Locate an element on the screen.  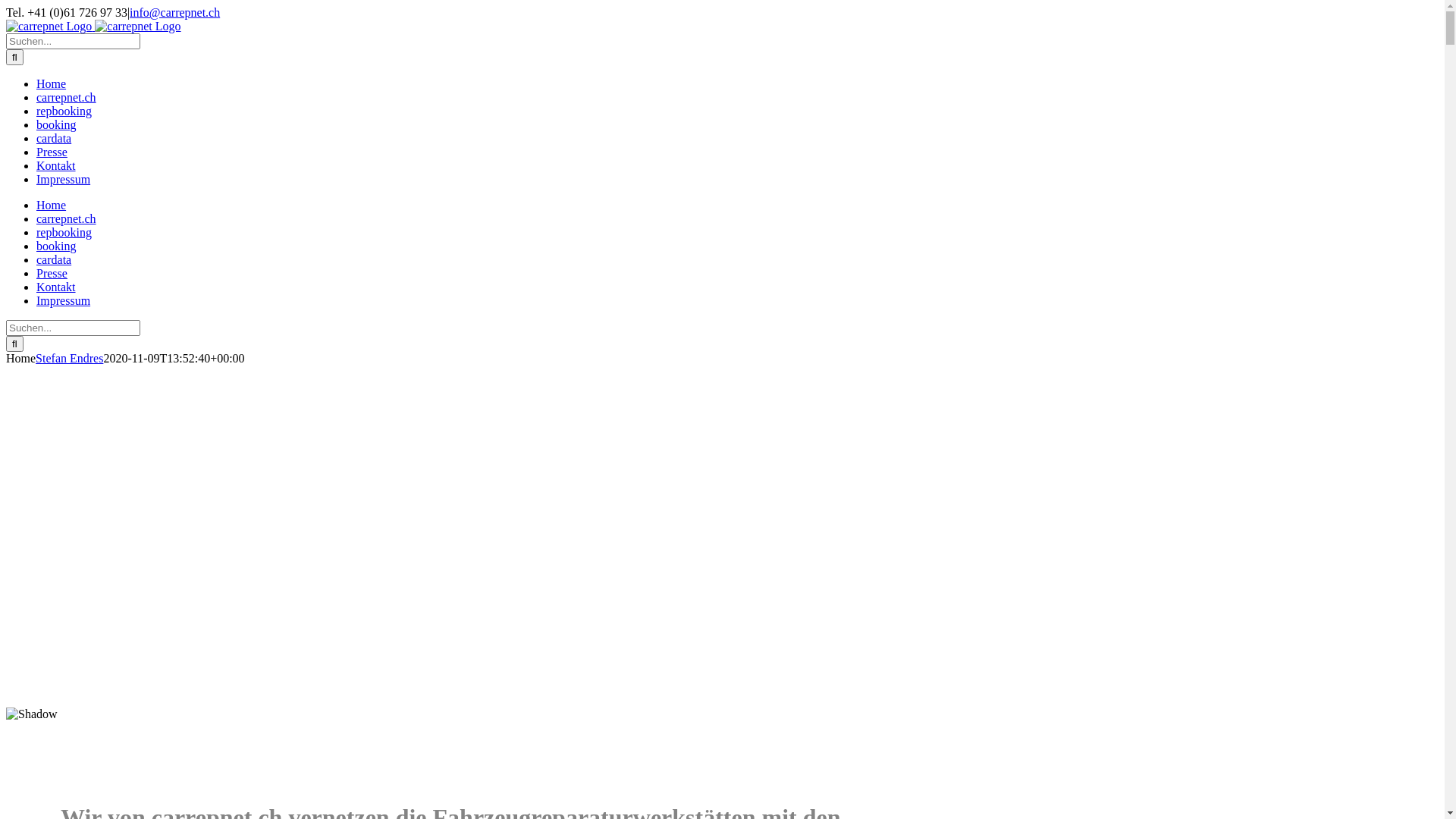
'carrepnet.ch' is located at coordinates (65, 218).